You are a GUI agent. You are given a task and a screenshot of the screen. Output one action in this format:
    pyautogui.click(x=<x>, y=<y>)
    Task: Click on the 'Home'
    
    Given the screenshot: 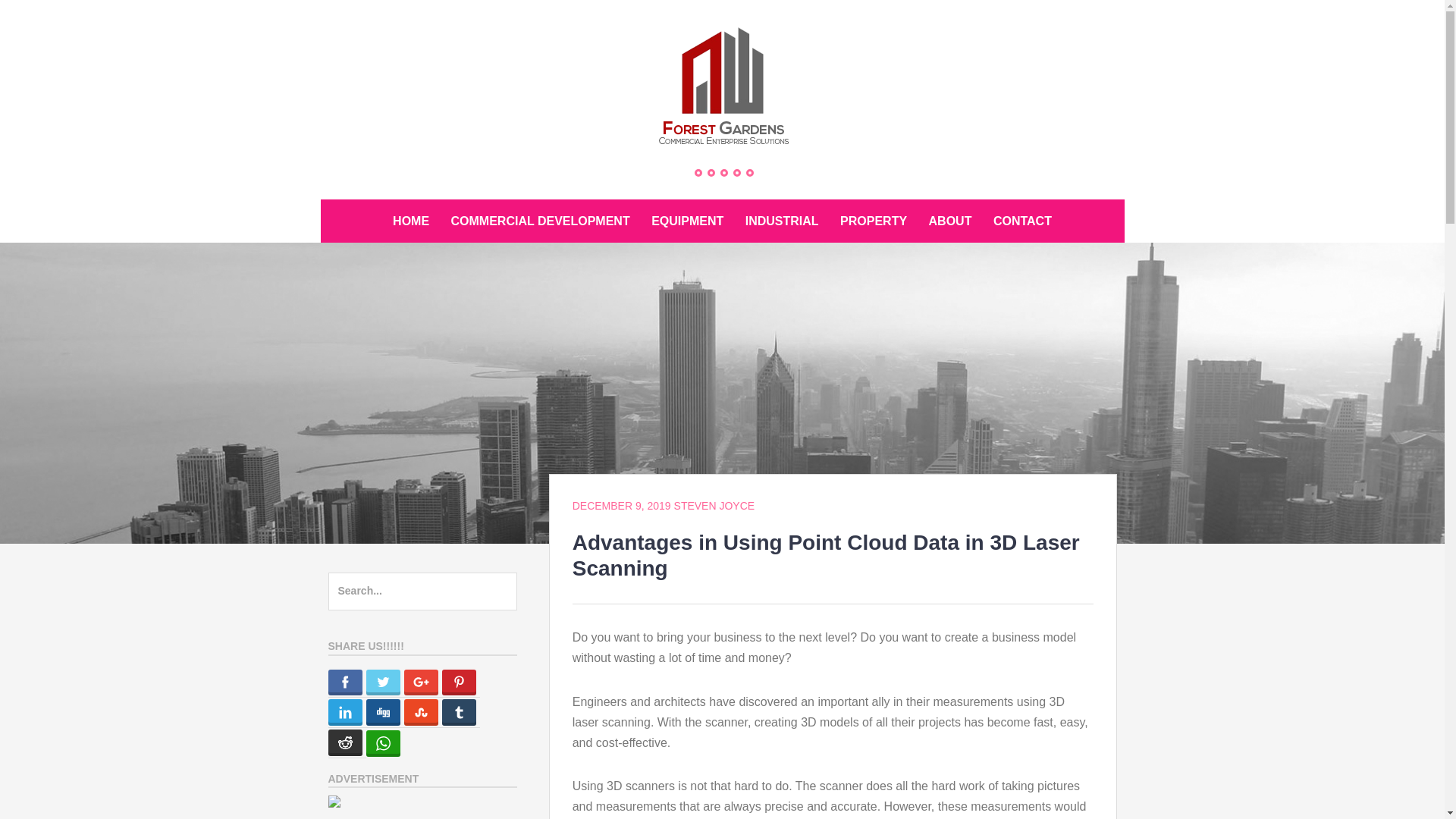 What is the action you would take?
    pyautogui.click(x=694, y=171)
    